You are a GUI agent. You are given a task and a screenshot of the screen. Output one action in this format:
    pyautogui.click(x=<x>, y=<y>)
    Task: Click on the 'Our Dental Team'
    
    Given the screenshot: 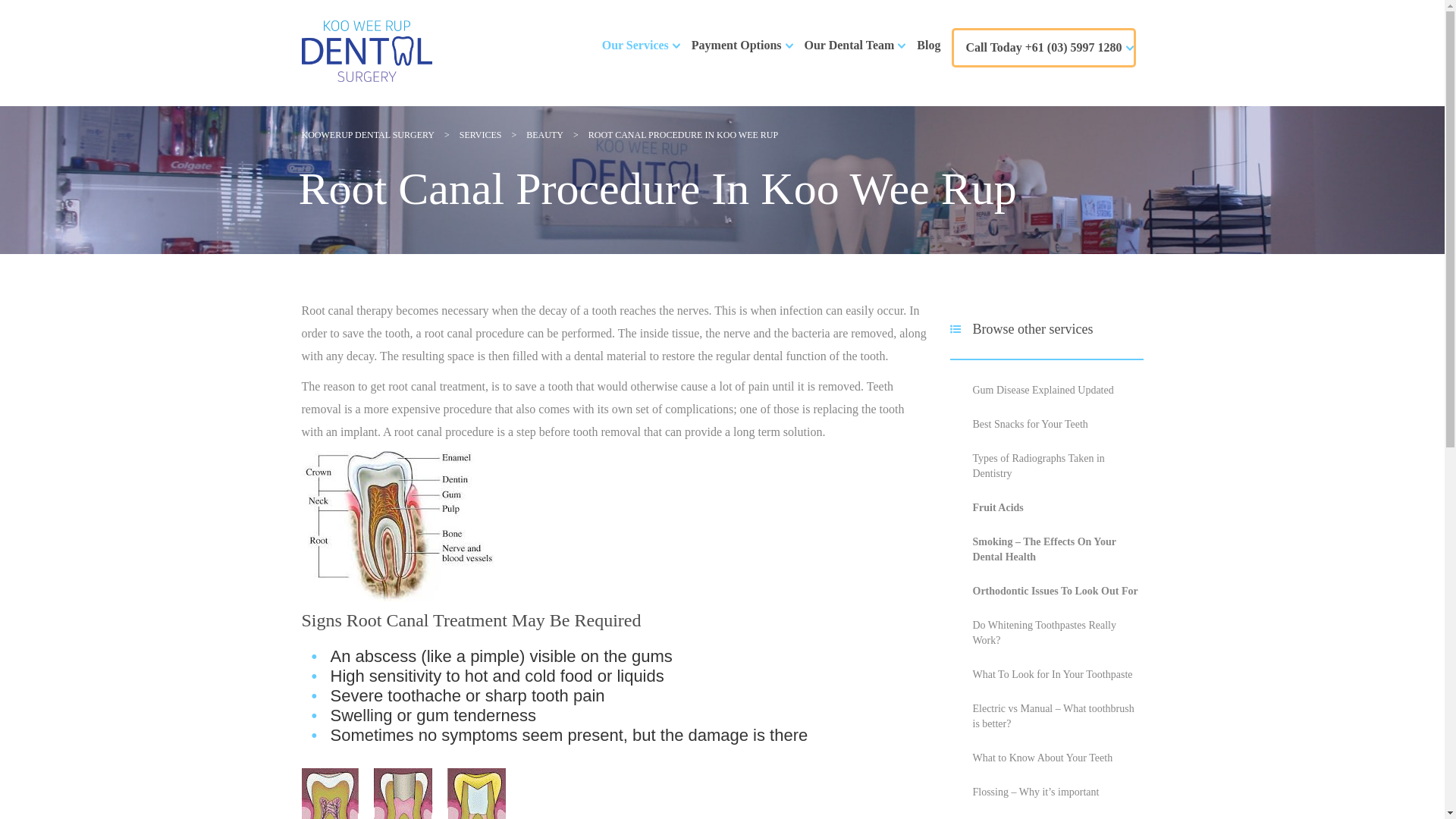 What is the action you would take?
    pyautogui.click(x=849, y=45)
    